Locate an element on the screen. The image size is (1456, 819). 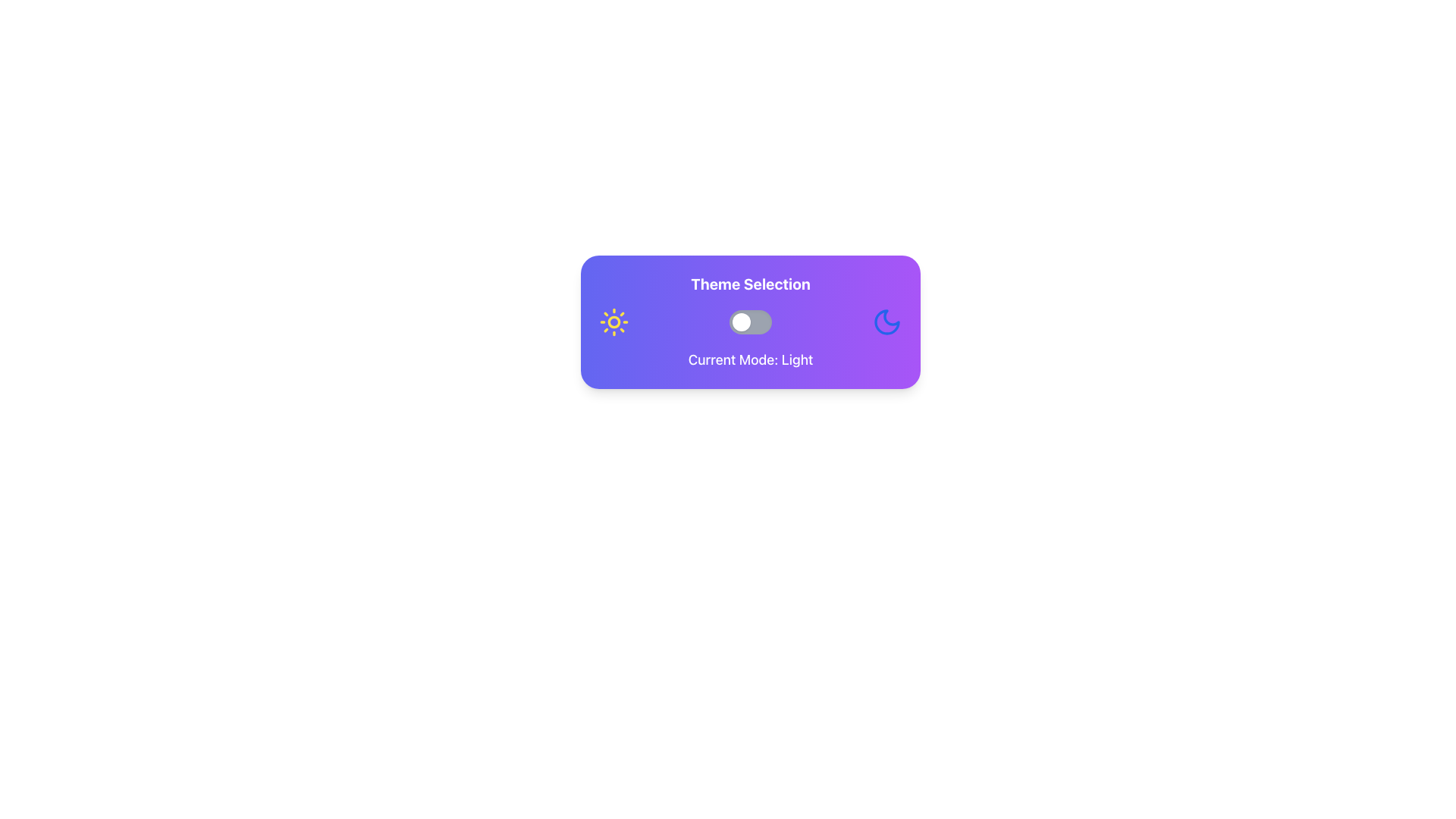
the inner circle of the toggle switch located between the sun icon and moon icon is located at coordinates (750, 321).